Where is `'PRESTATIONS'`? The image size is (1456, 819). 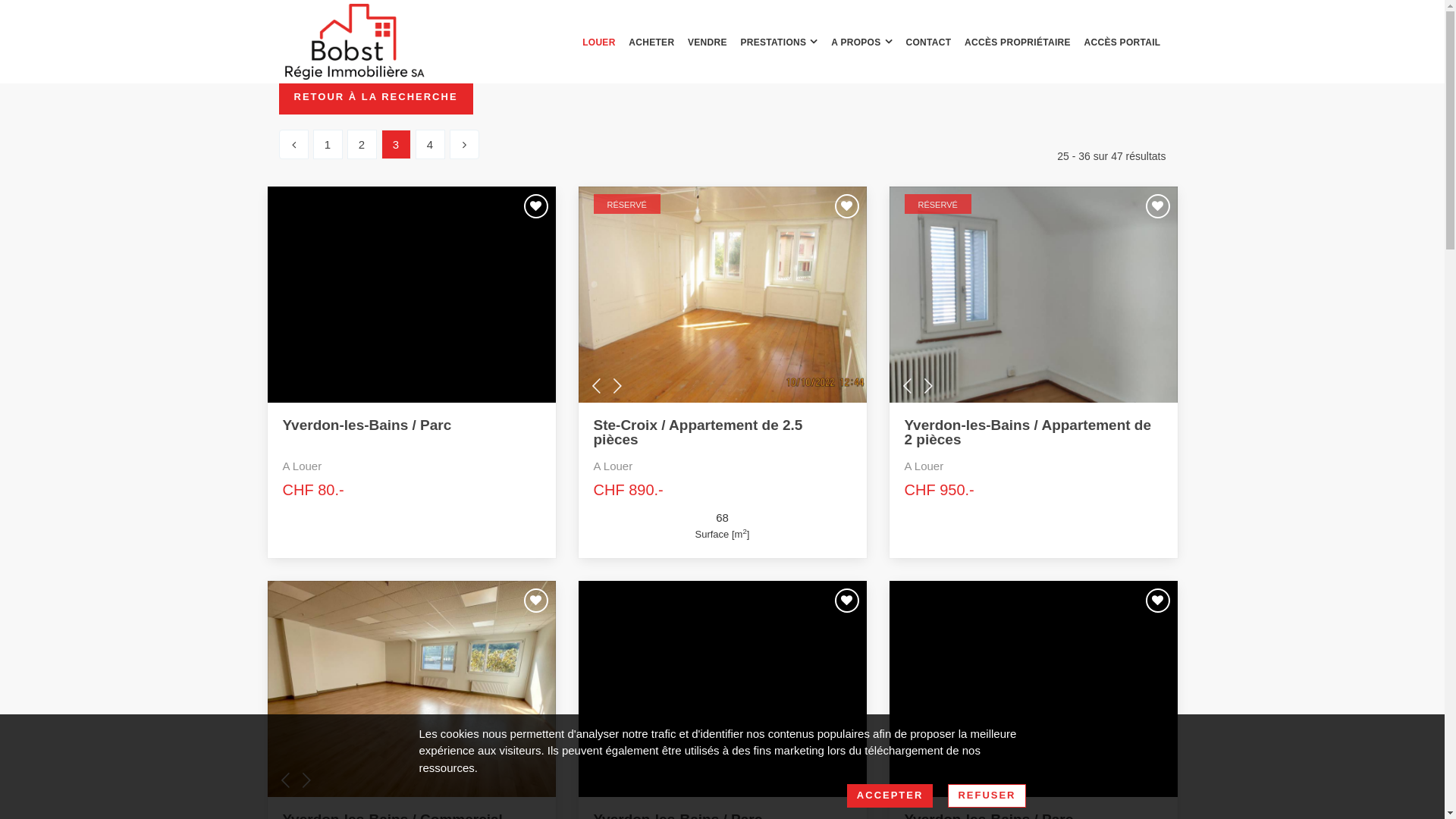
'PRESTATIONS' is located at coordinates (779, 42).